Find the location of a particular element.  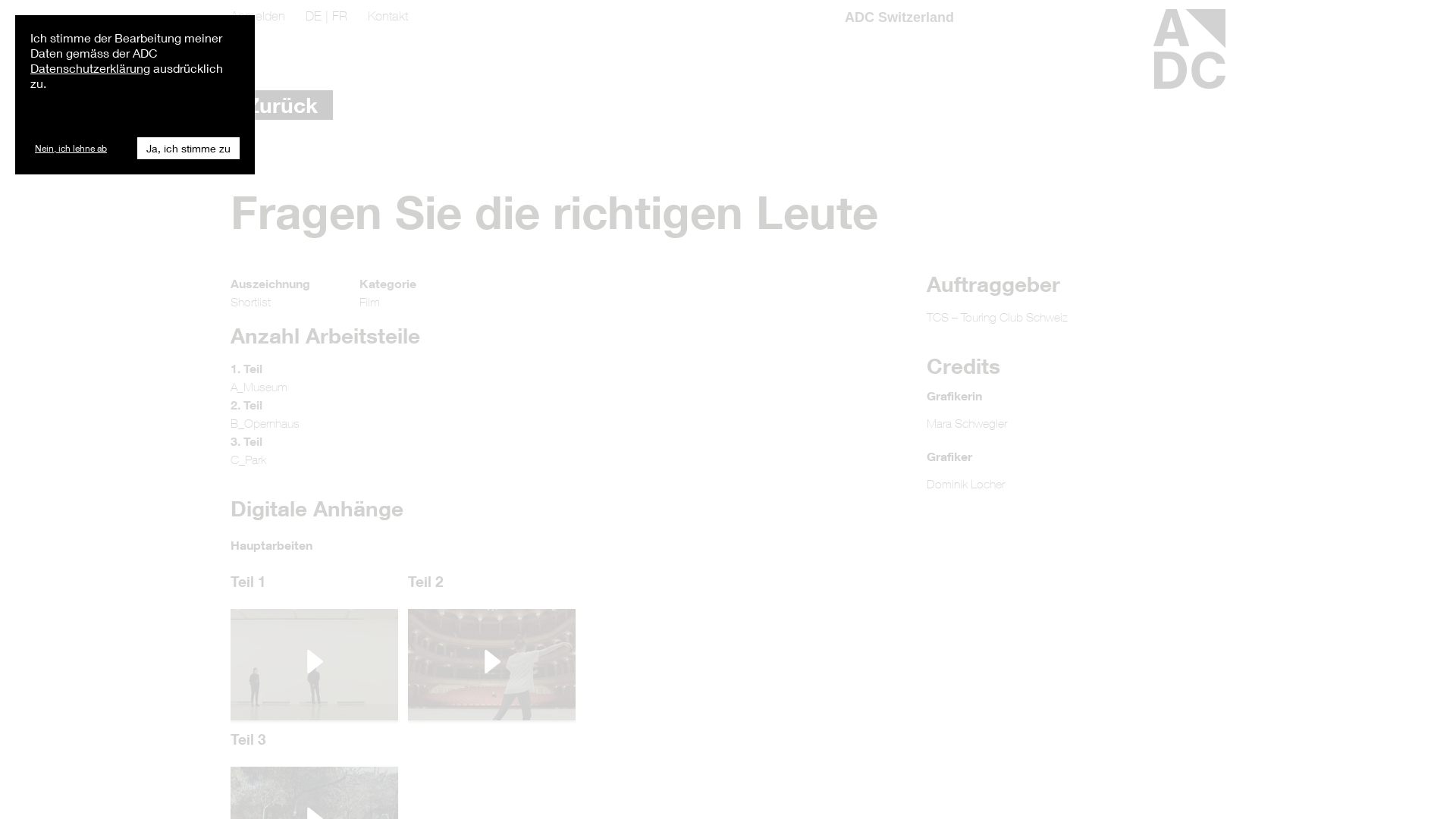

'FR' is located at coordinates (338, 15).